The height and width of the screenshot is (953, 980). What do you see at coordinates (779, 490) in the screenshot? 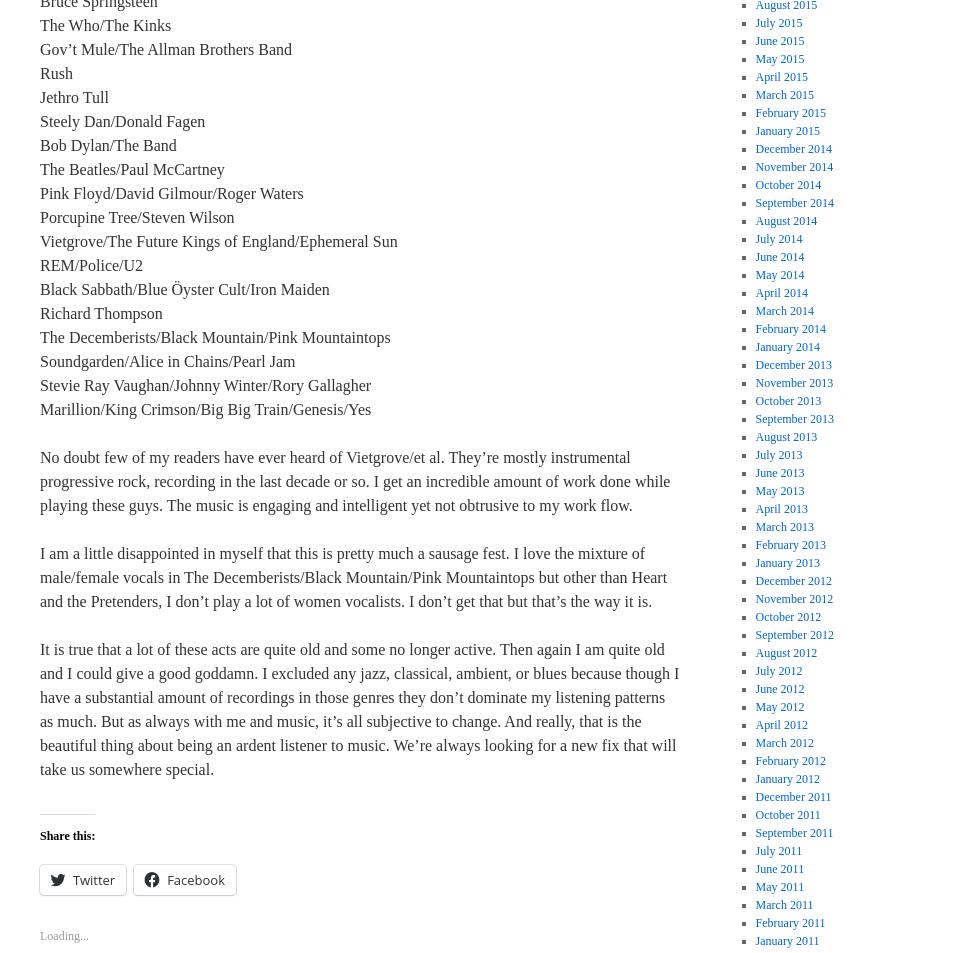
I see `'May 2013'` at bounding box center [779, 490].